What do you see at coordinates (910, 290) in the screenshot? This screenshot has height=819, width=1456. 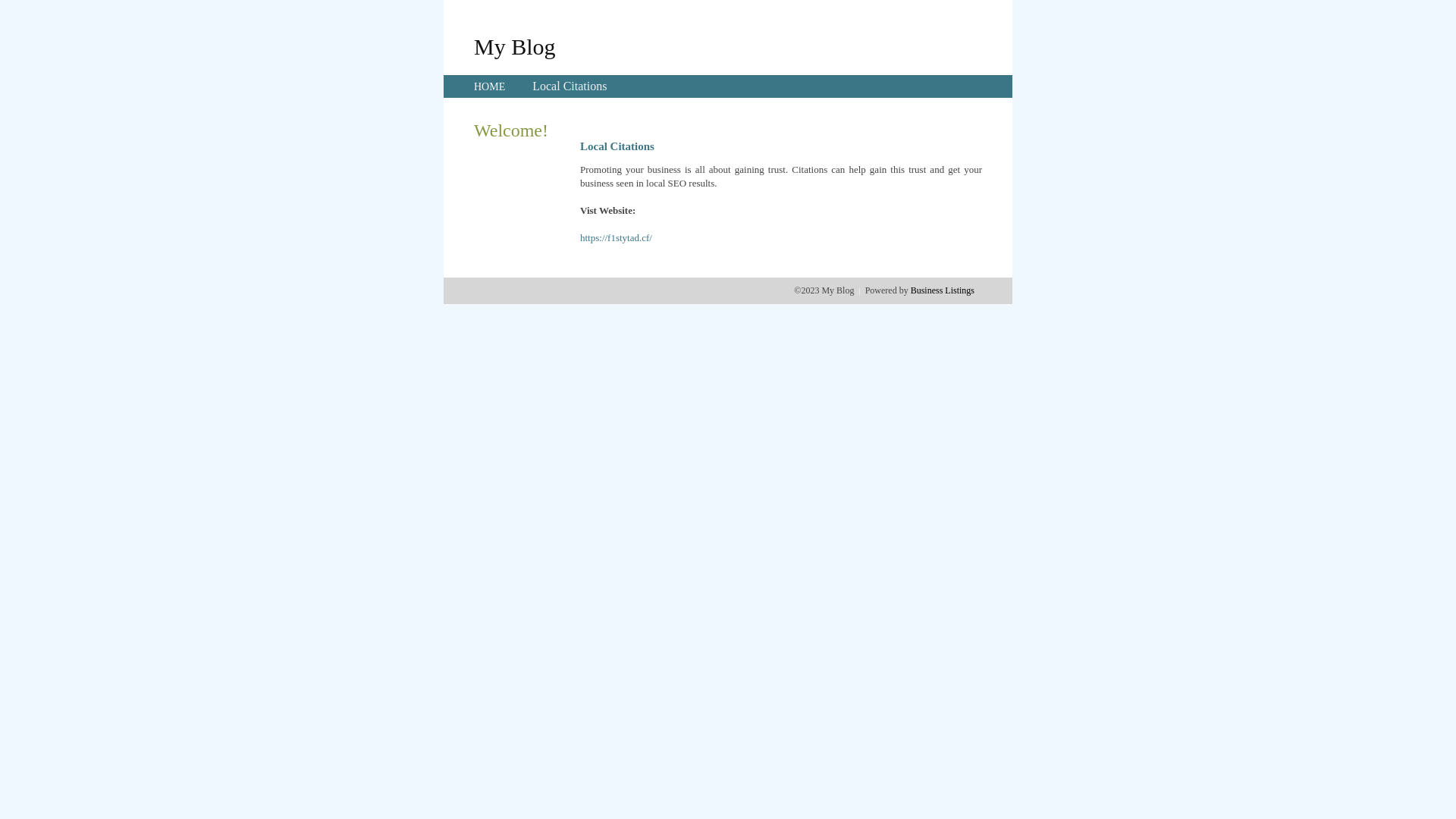 I see `'Business Listings'` at bounding box center [910, 290].